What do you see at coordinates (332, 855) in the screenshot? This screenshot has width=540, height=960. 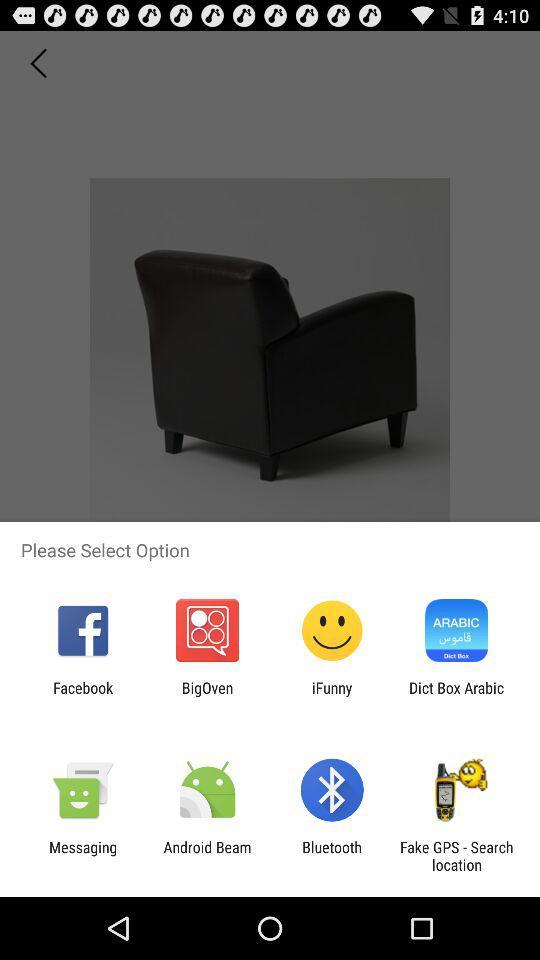 I see `the bluetooth icon` at bounding box center [332, 855].